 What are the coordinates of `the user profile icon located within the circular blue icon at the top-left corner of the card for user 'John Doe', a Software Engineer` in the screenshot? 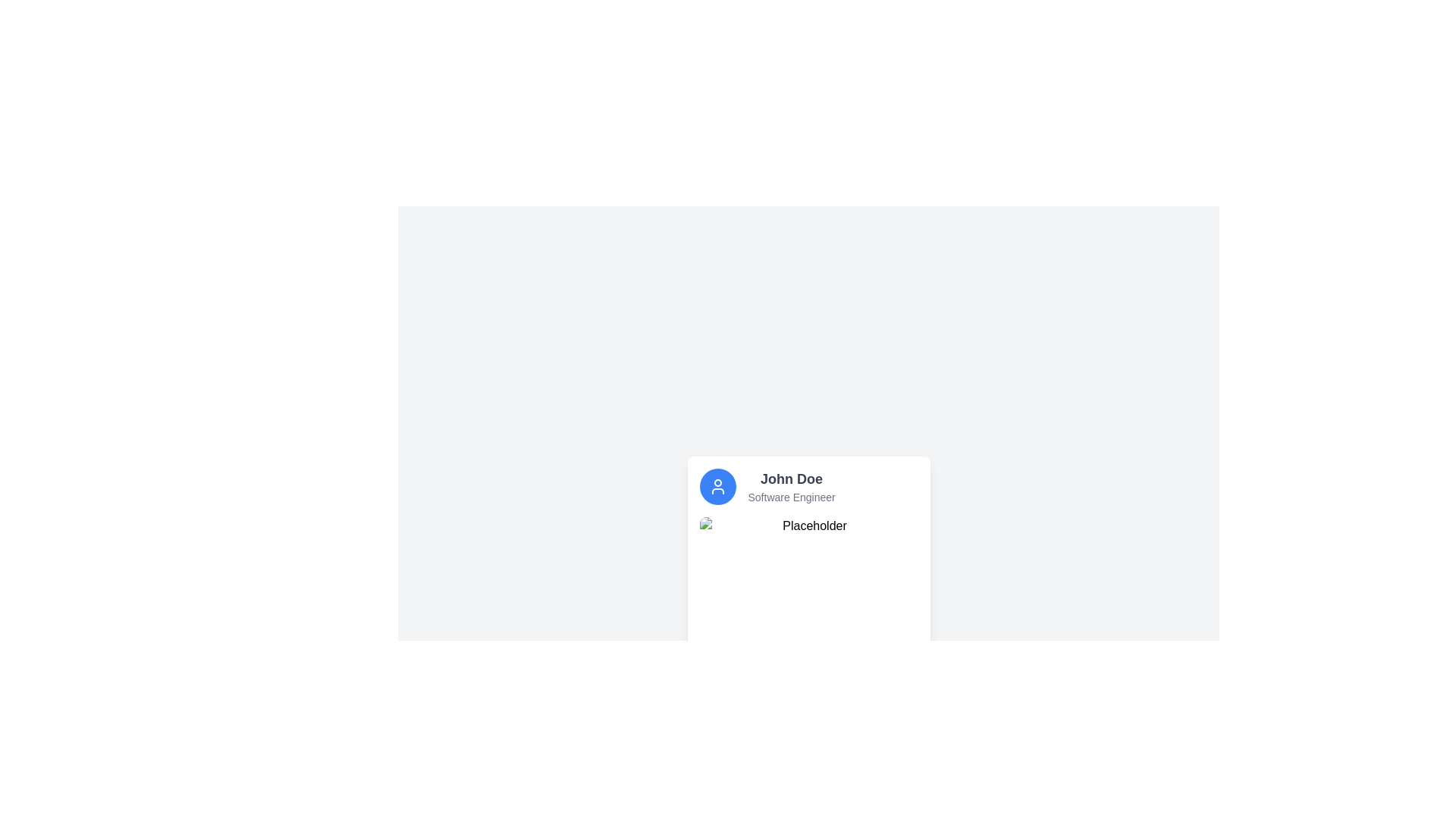 It's located at (717, 486).